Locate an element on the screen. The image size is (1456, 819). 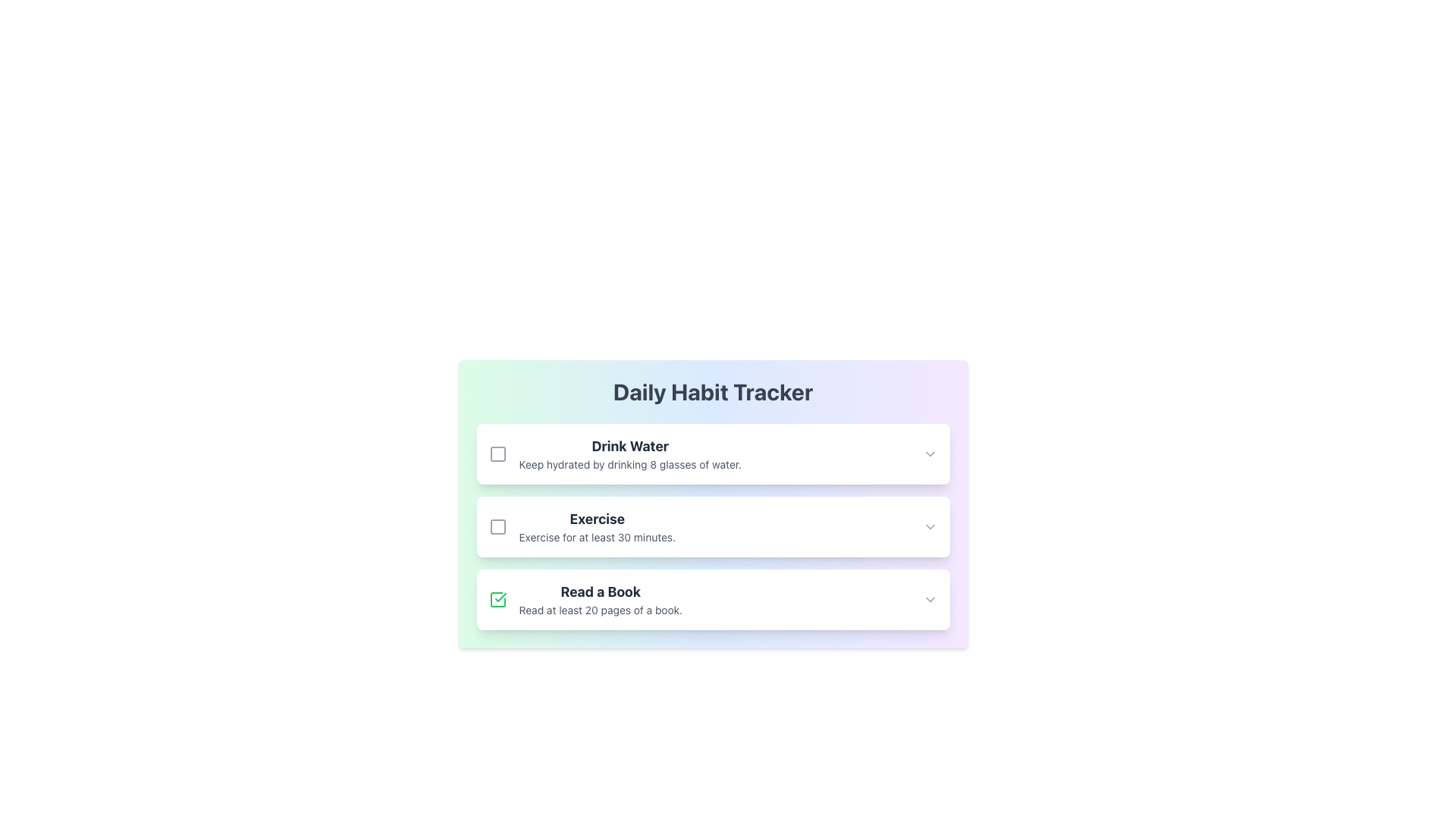
text from the 'Drink Water' label, which is centrally located within the first card of the Daily Habit Tracker section is located at coordinates (630, 453).